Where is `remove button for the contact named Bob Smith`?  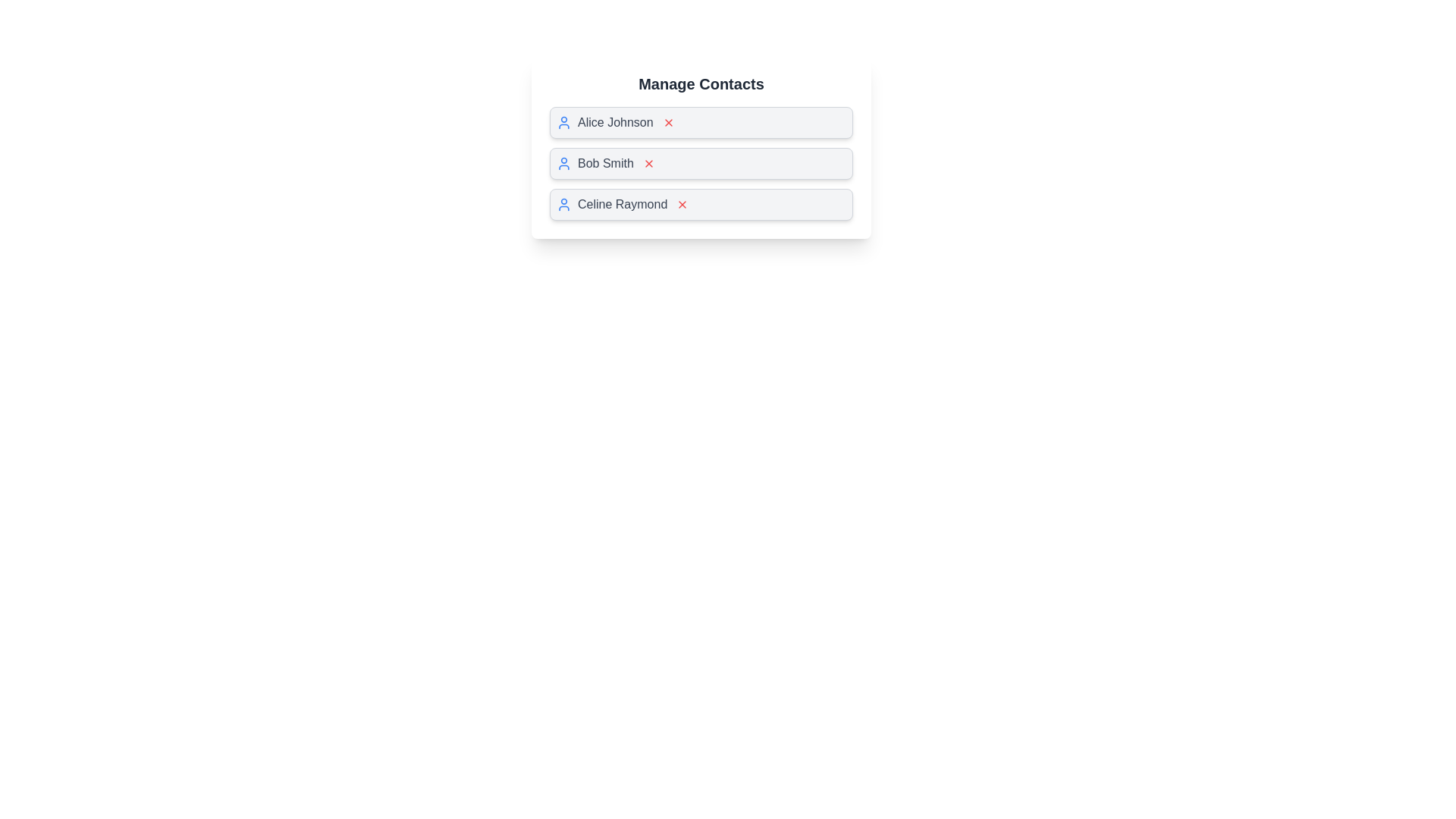
remove button for the contact named Bob Smith is located at coordinates (648, 164).